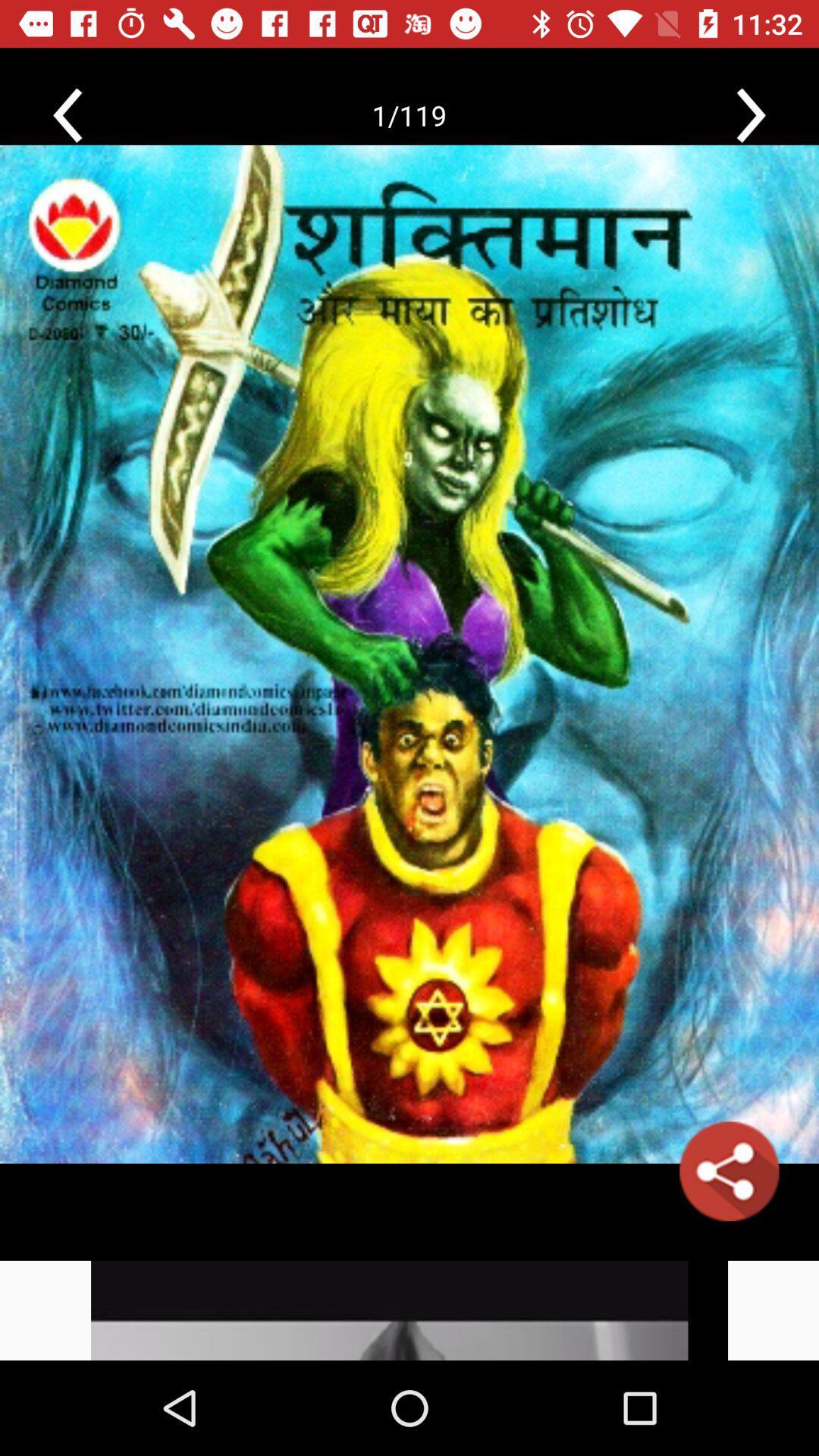 The width and height of the screenshot is (819, 1456). Describe the element at coordinates (728, 1170) in the screenshot. I see `the share icon` at that location.